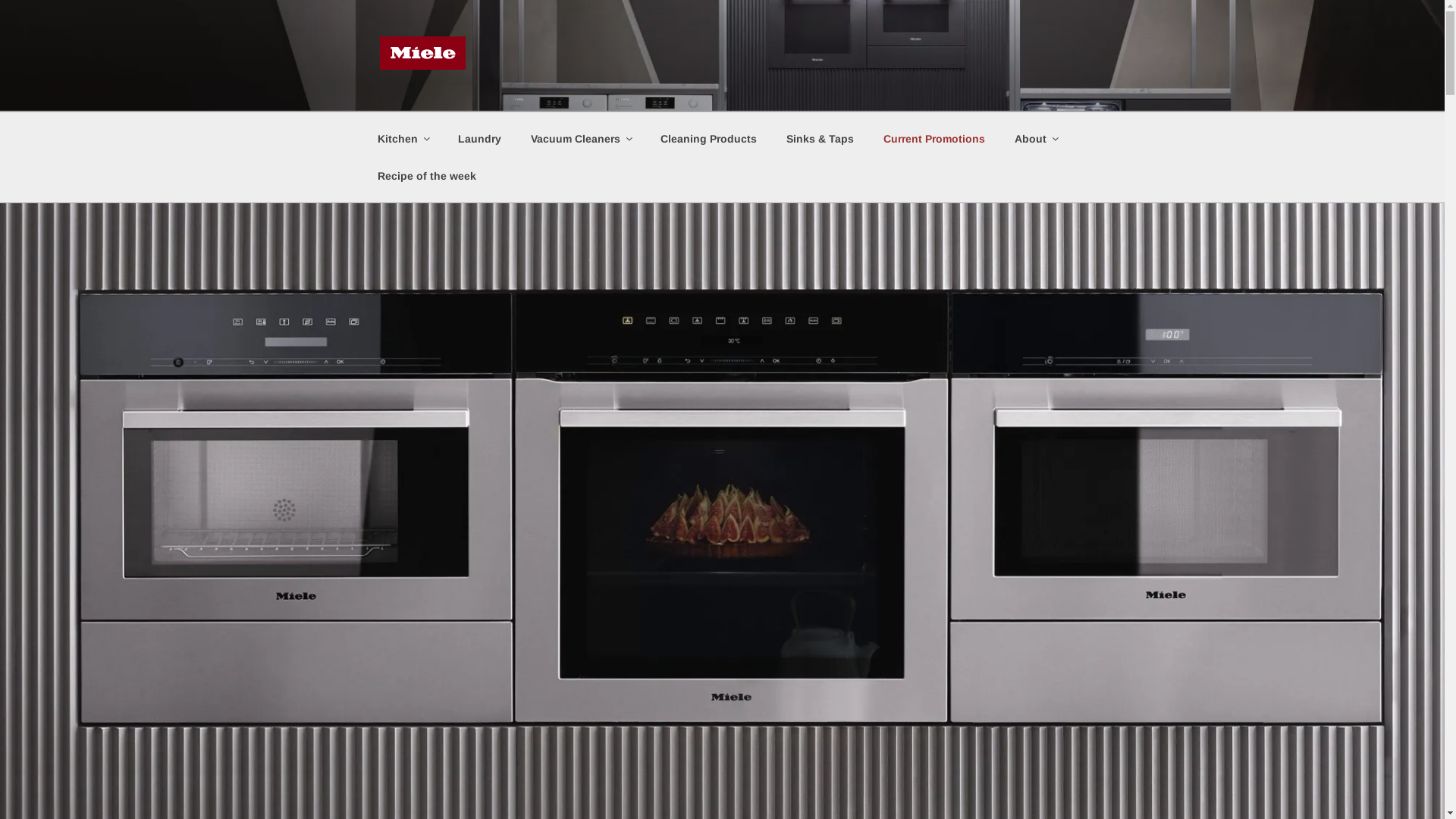 This screenshot has height=819, width=1456. Describe the element at coordinates (1001, 138) in the screenshot. I see `'About'` at that location.